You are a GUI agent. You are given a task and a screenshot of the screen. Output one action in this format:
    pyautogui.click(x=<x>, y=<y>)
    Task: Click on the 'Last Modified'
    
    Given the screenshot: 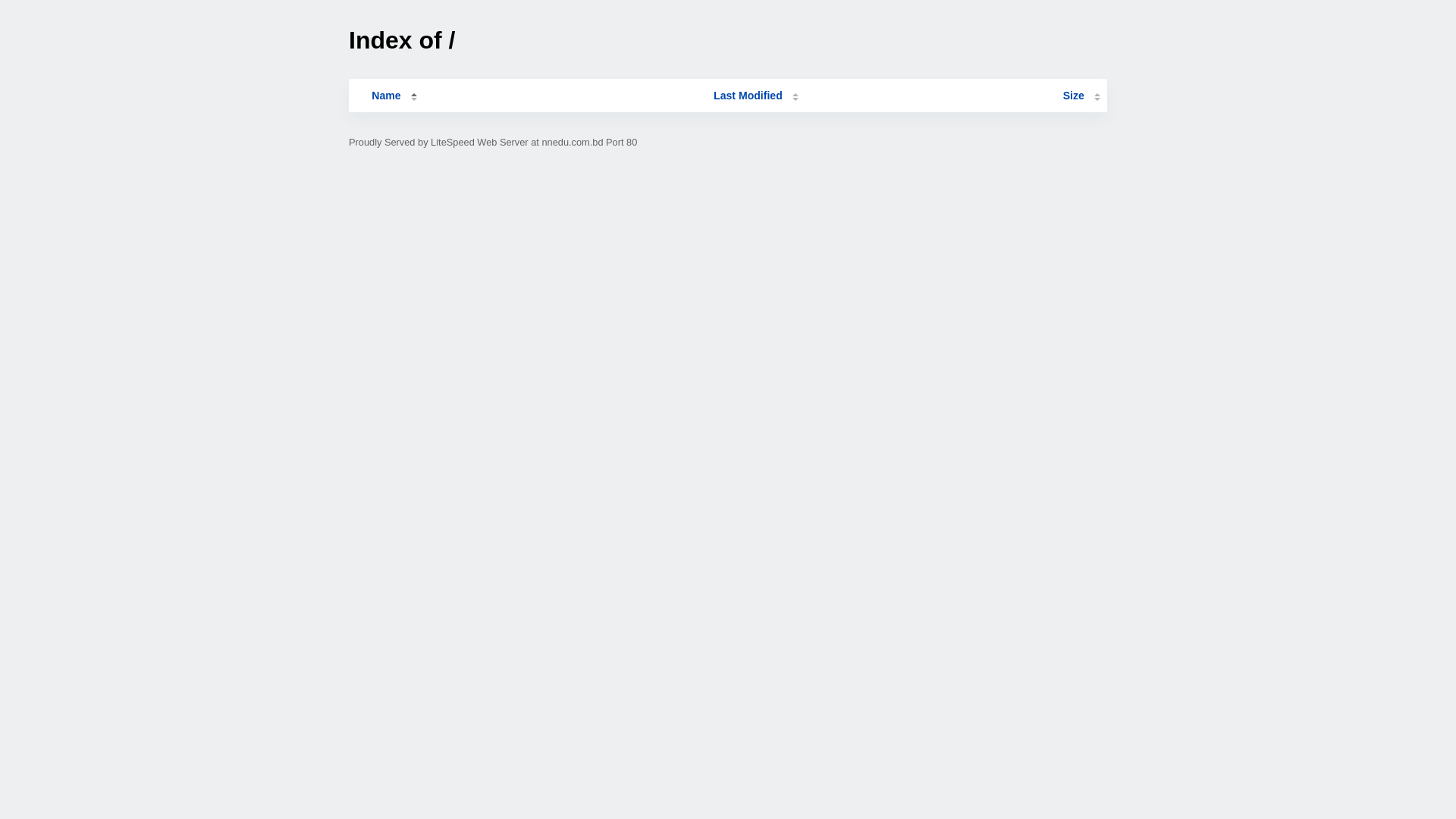 What is the action you would take?
    pyautogui.click(x=756, y=96)
    